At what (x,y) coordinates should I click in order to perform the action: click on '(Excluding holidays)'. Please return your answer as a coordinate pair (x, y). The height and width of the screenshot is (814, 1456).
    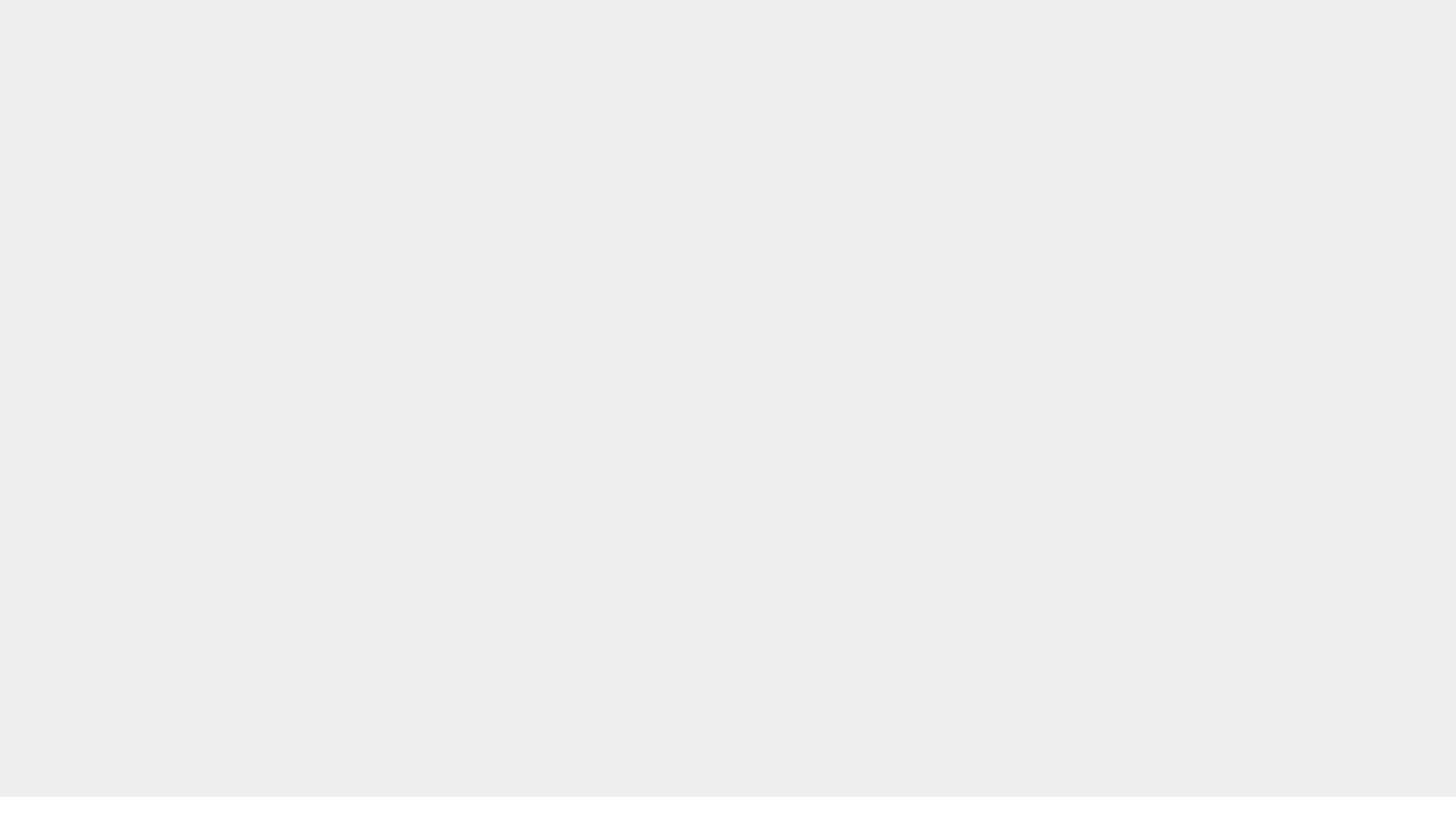
    Looking at the image, I should click on (936, 637).